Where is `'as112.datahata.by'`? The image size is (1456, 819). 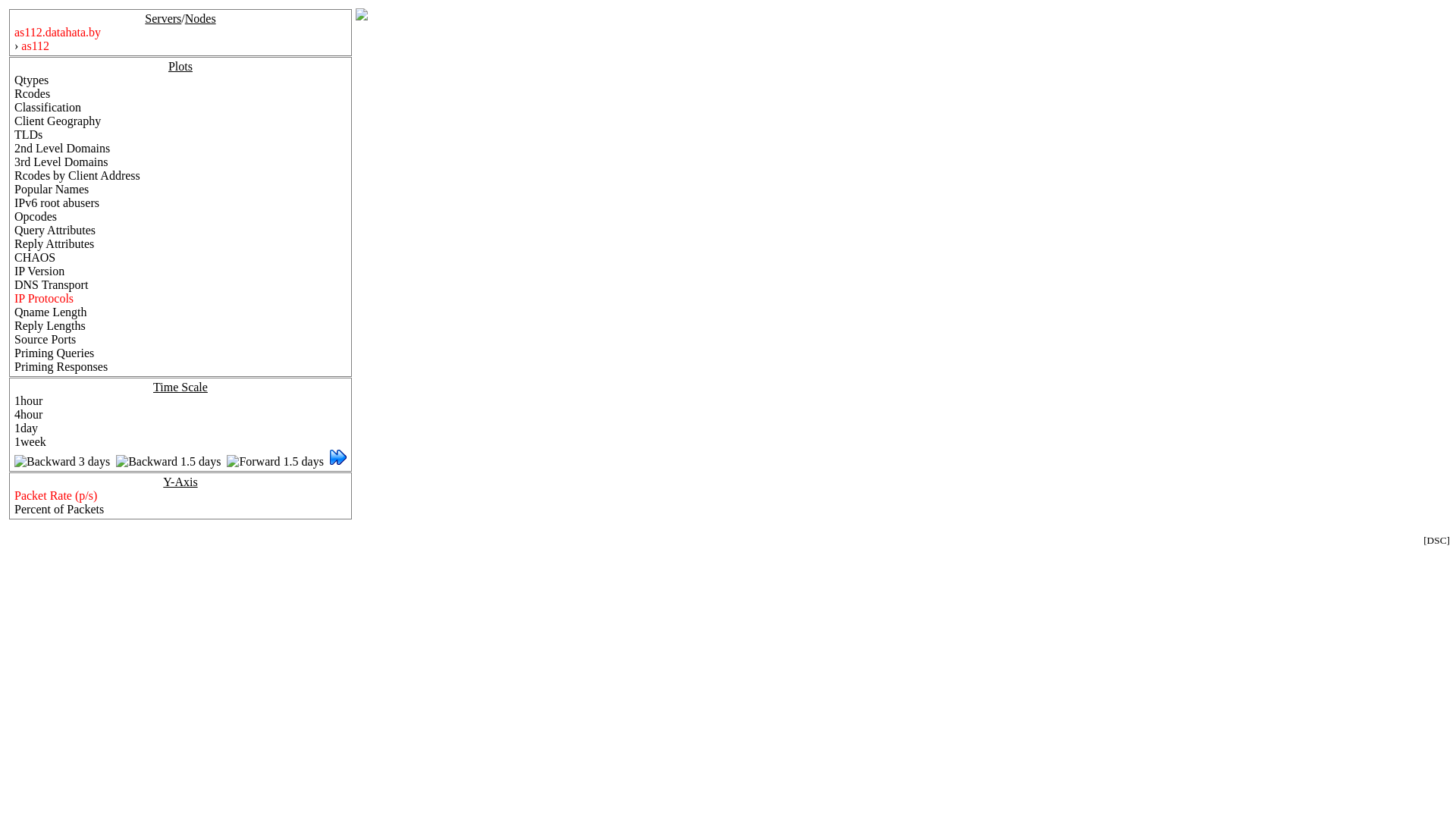
'as112.datahata.by' is located at coordinates (58, 32).